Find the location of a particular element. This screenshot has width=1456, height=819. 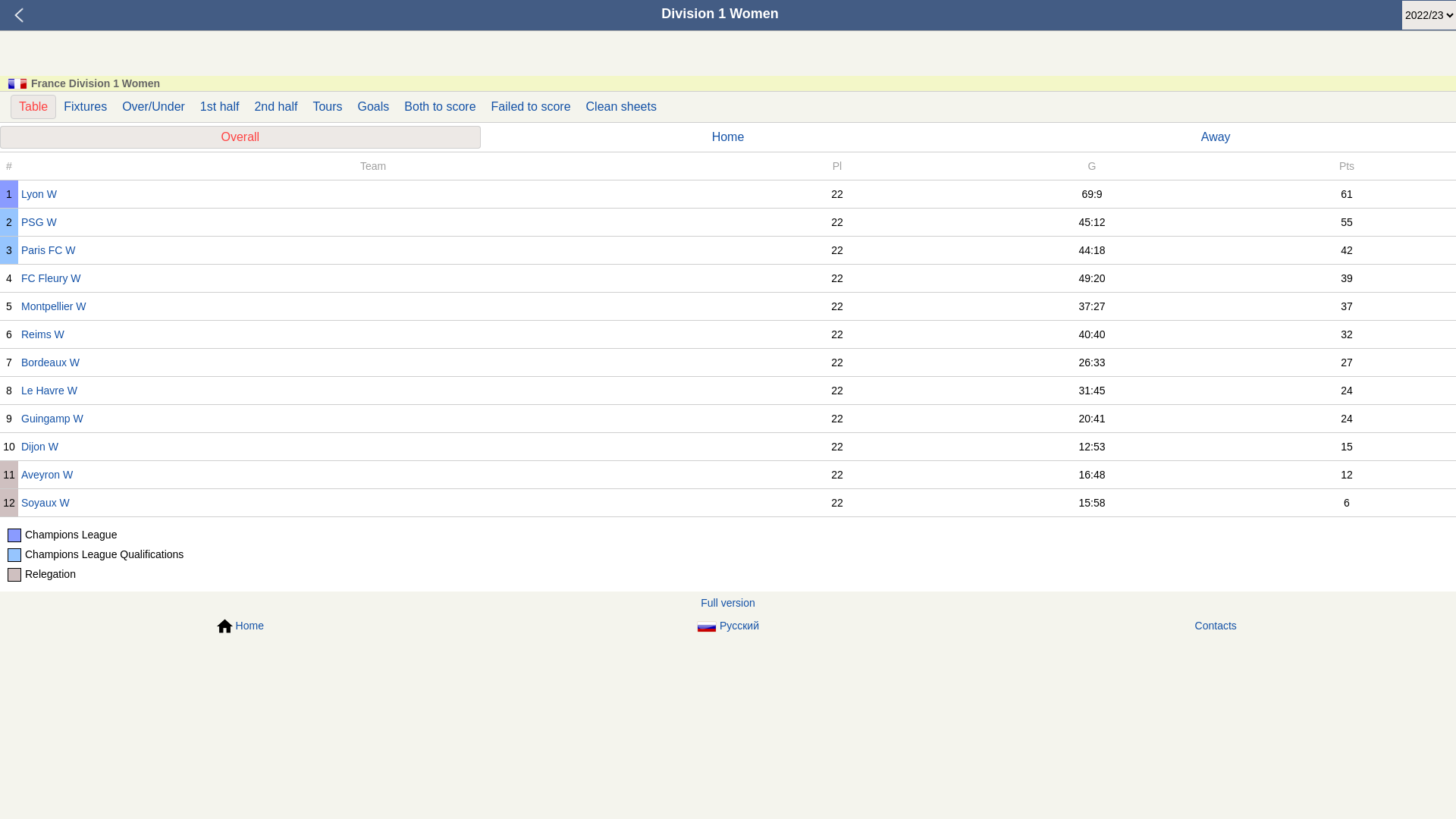

'Goals' is located at coordinates (374, 106).